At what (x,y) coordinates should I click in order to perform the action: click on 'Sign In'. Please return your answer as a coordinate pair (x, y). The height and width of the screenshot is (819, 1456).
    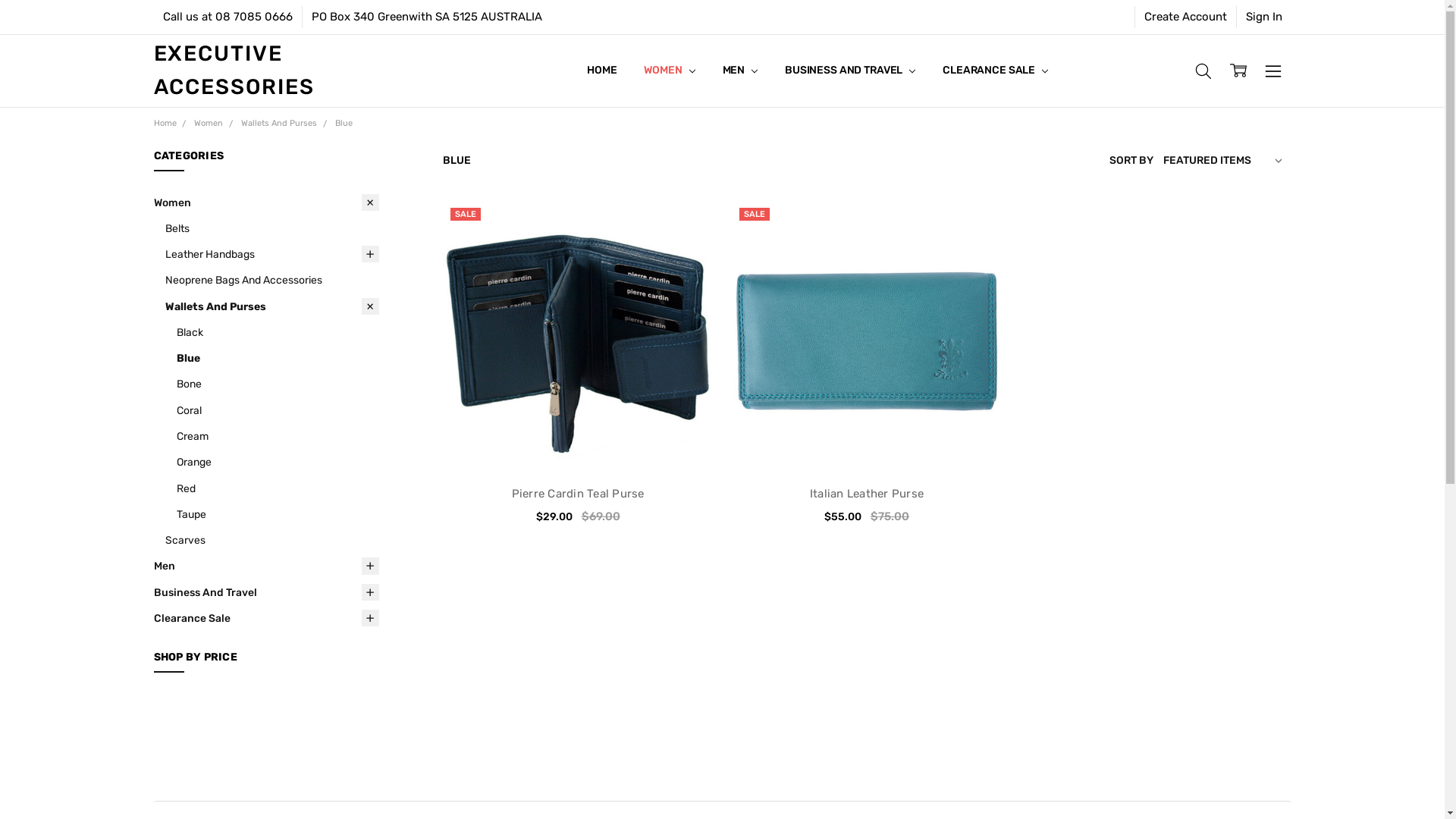
    Looking at the image, I should click on (1236, 17).